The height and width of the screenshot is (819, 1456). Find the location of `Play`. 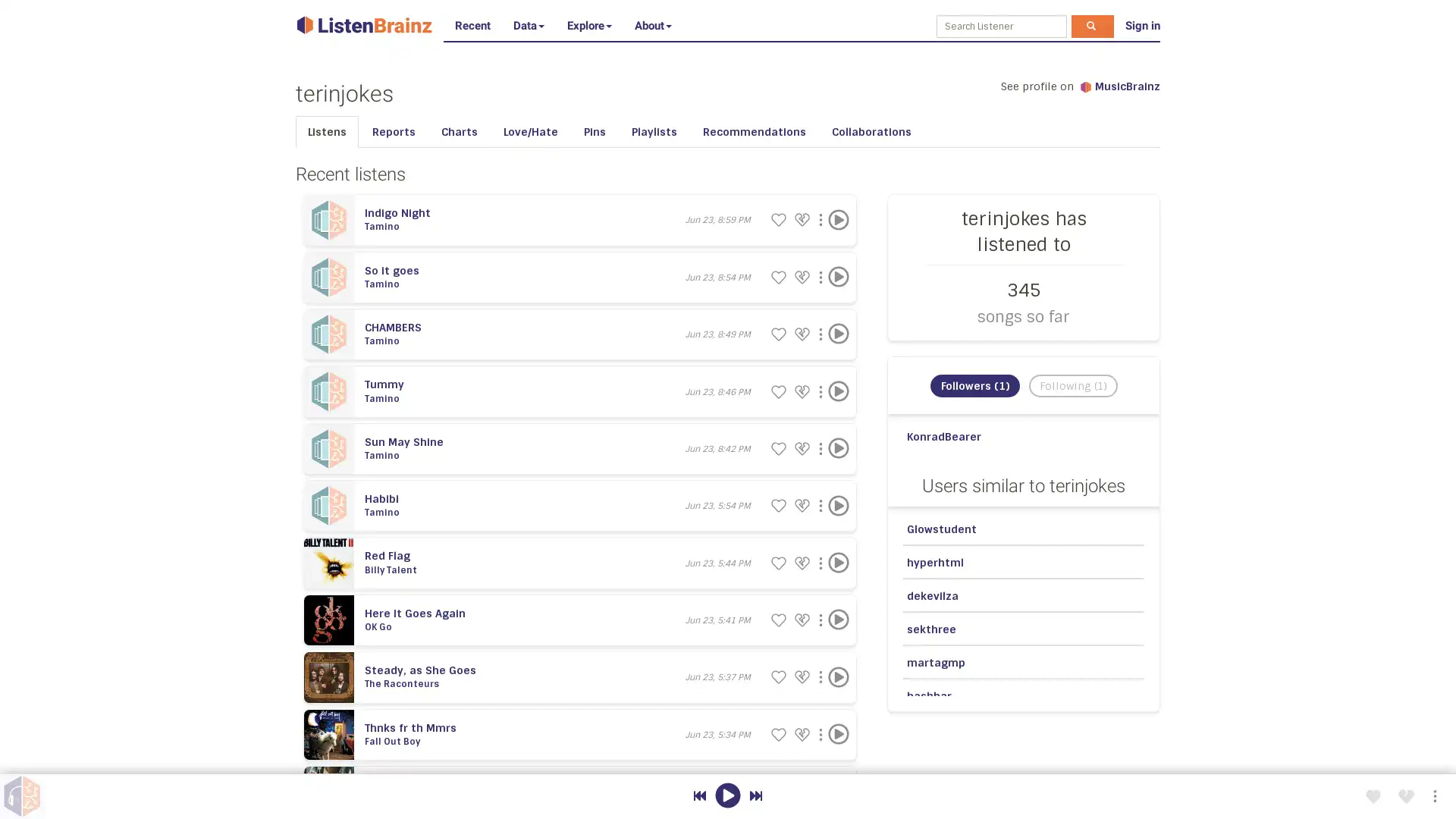

Play is located at coordinates (726, 795).